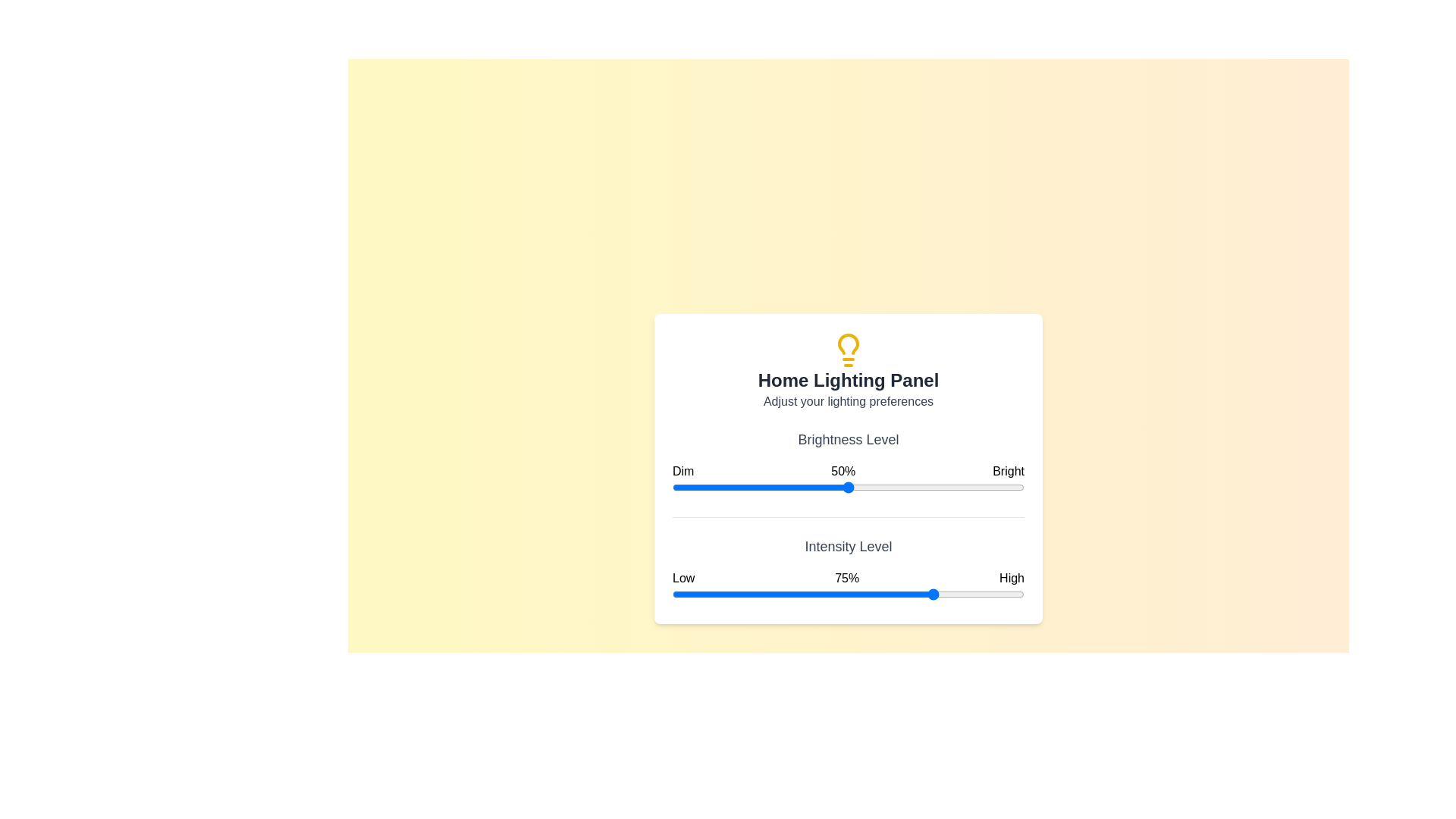 This screenshot has height=819, width=1456. Describe the element at coordinates (679, 593) in the screenshot. I see `the intensity level` at that location.